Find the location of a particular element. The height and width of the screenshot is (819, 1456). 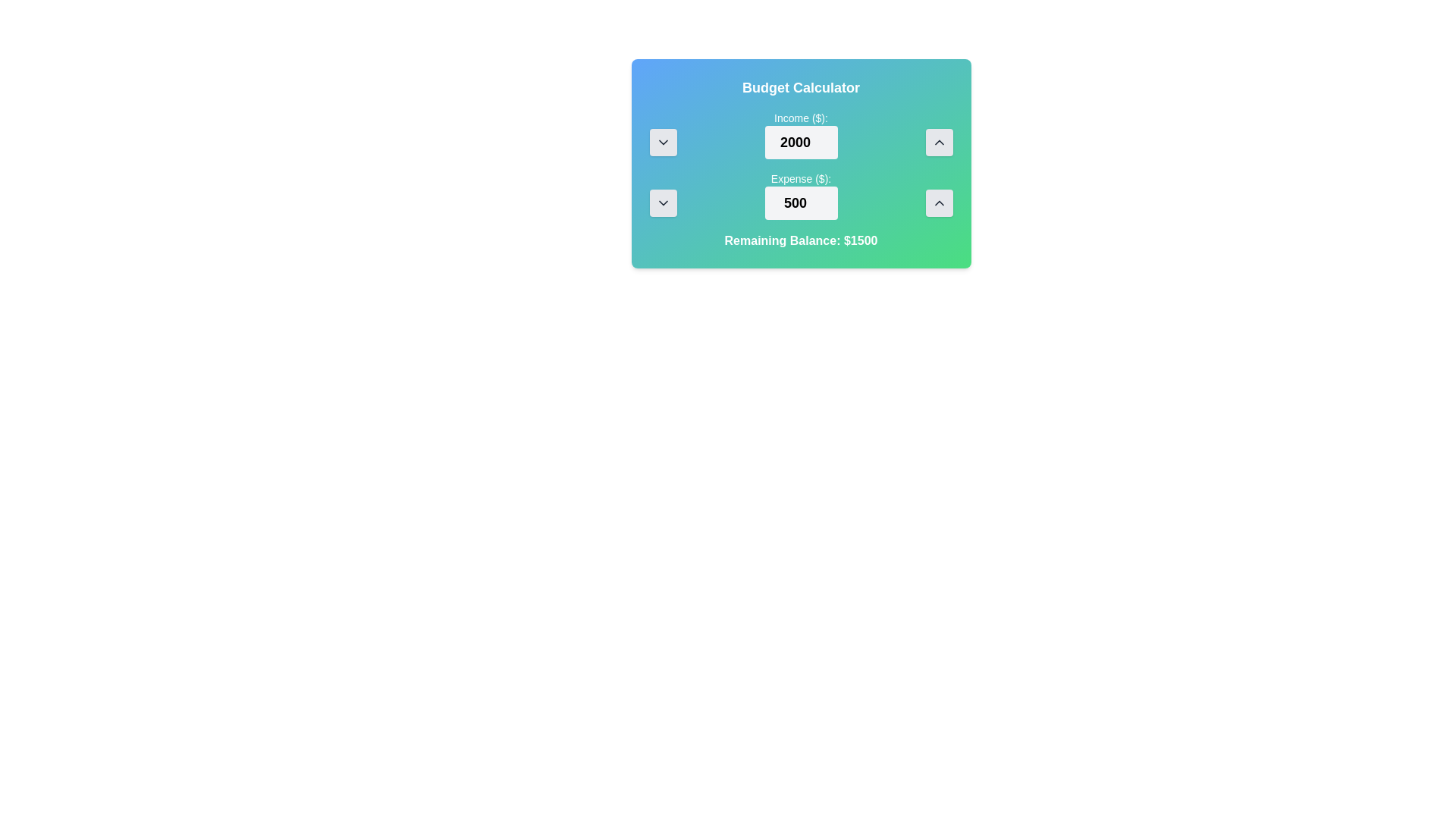

the income label, which describes the income input field for the budget calculator interface, located at the top and centered above the input field is located at coordinates (800, 117).